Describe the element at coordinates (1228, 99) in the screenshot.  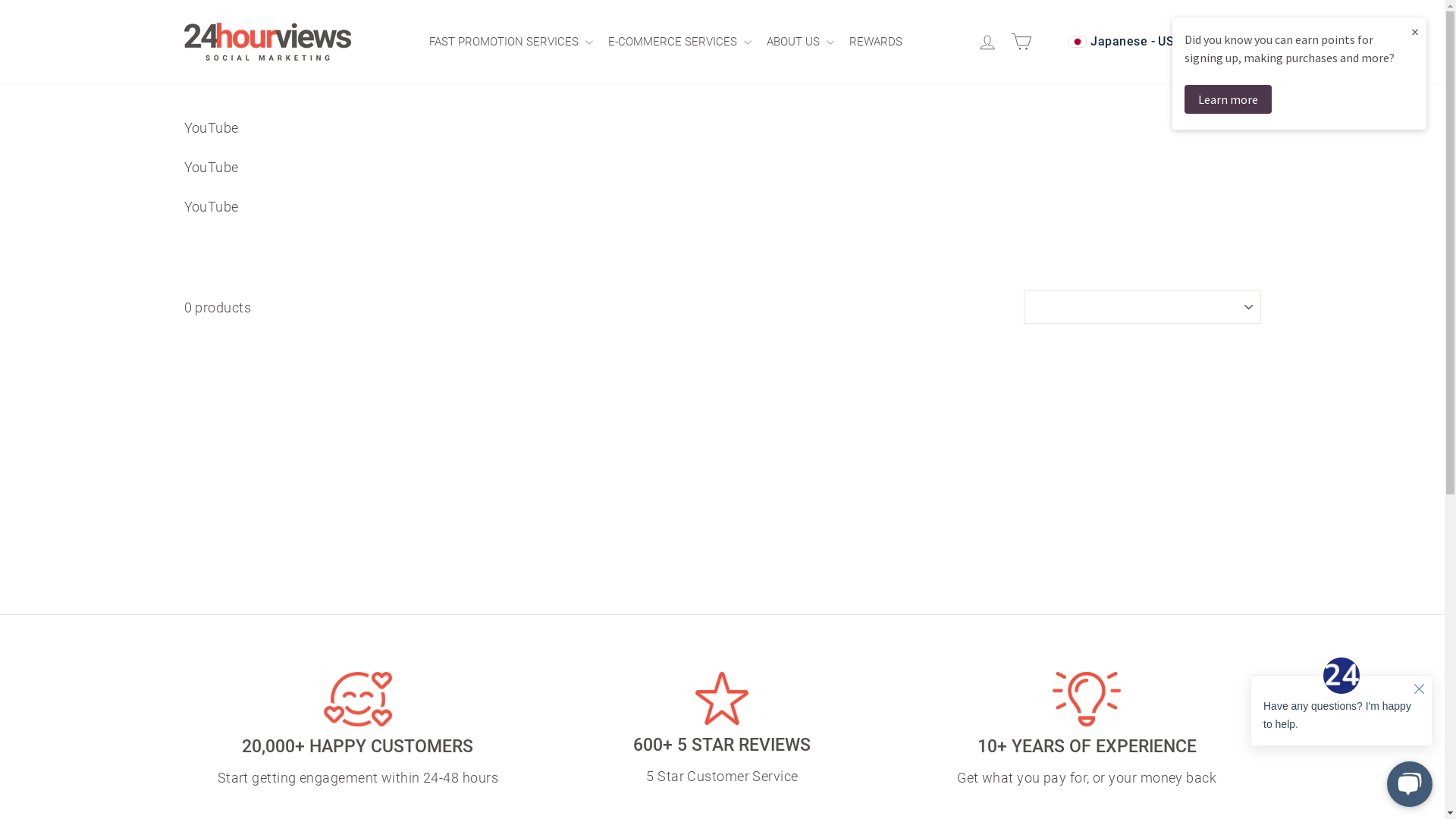
I see `'Learn more'` at that location.